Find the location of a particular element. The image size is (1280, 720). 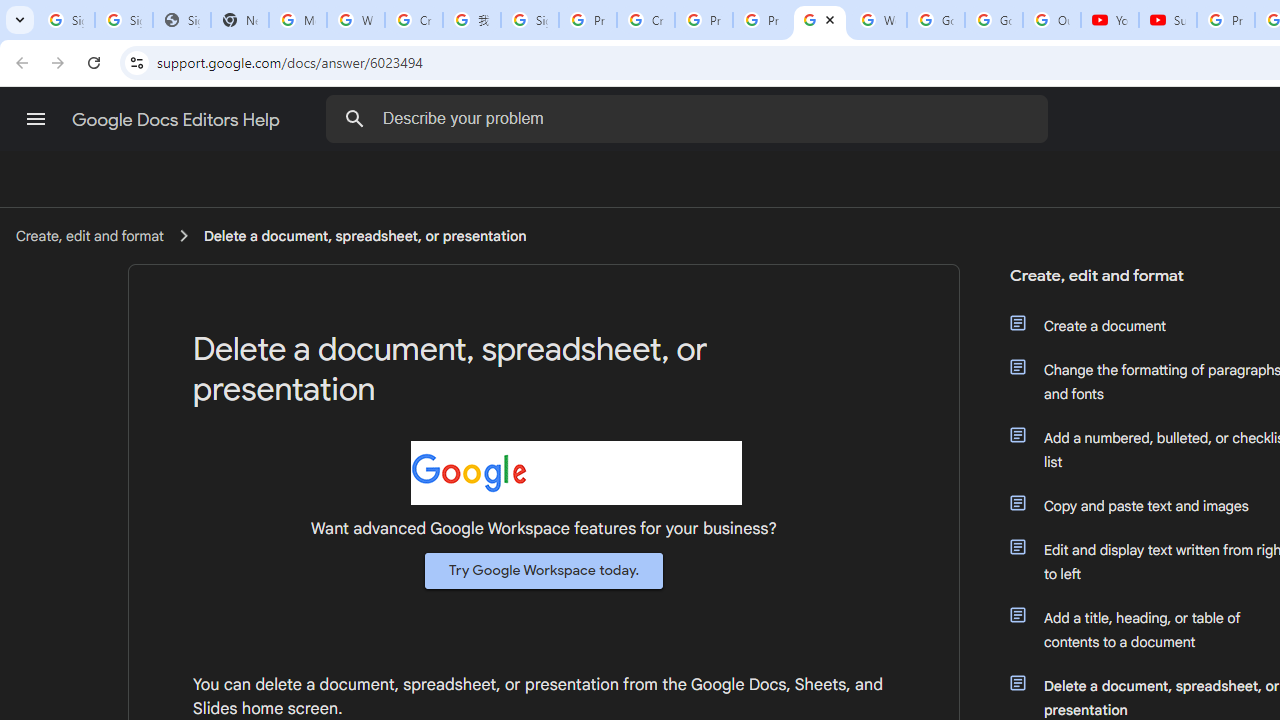

'Create your Google Account' is located at coordinates (413, 20).